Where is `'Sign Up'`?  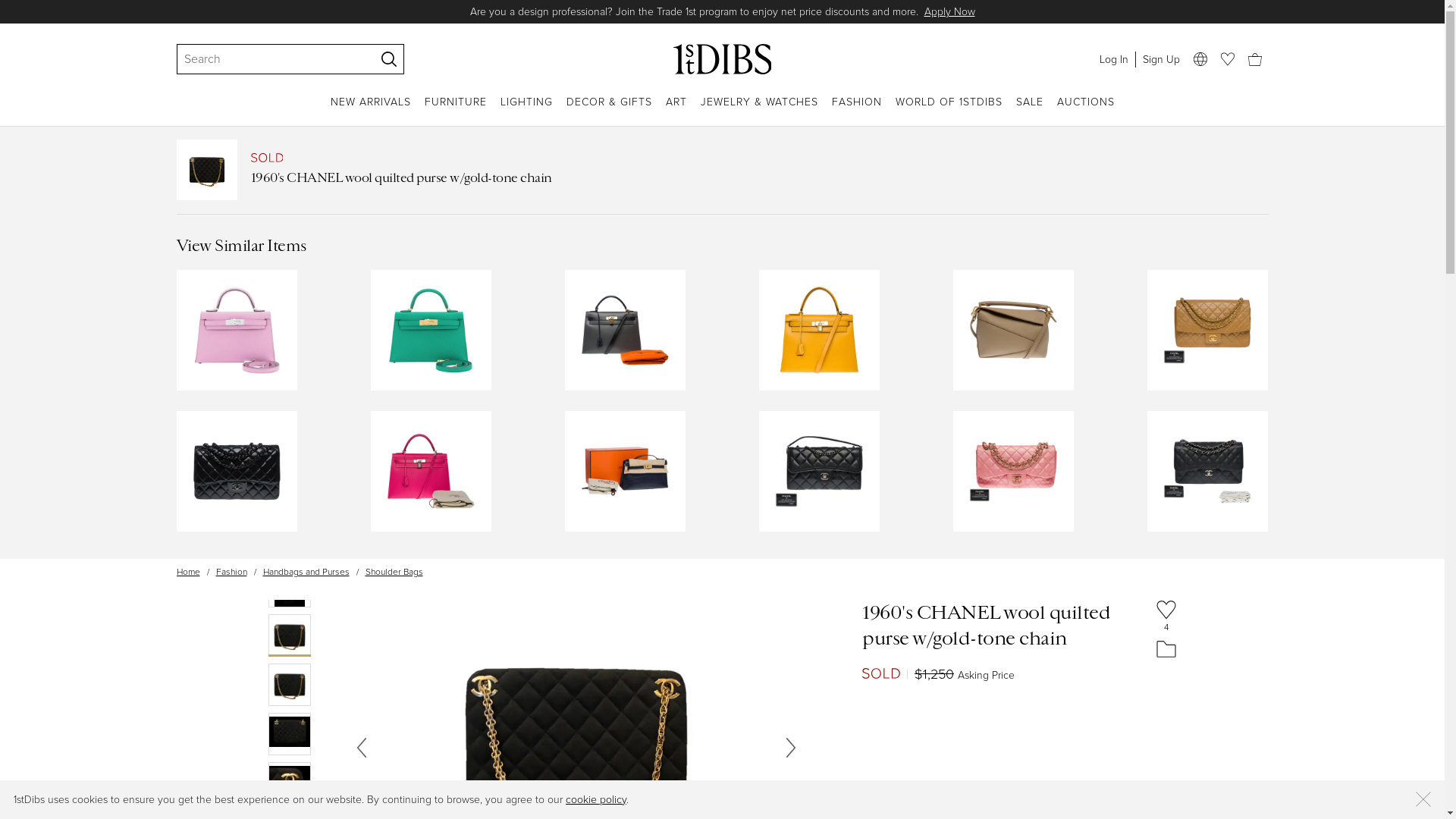
'Sign Up' is located at coordinates (1159, 58).